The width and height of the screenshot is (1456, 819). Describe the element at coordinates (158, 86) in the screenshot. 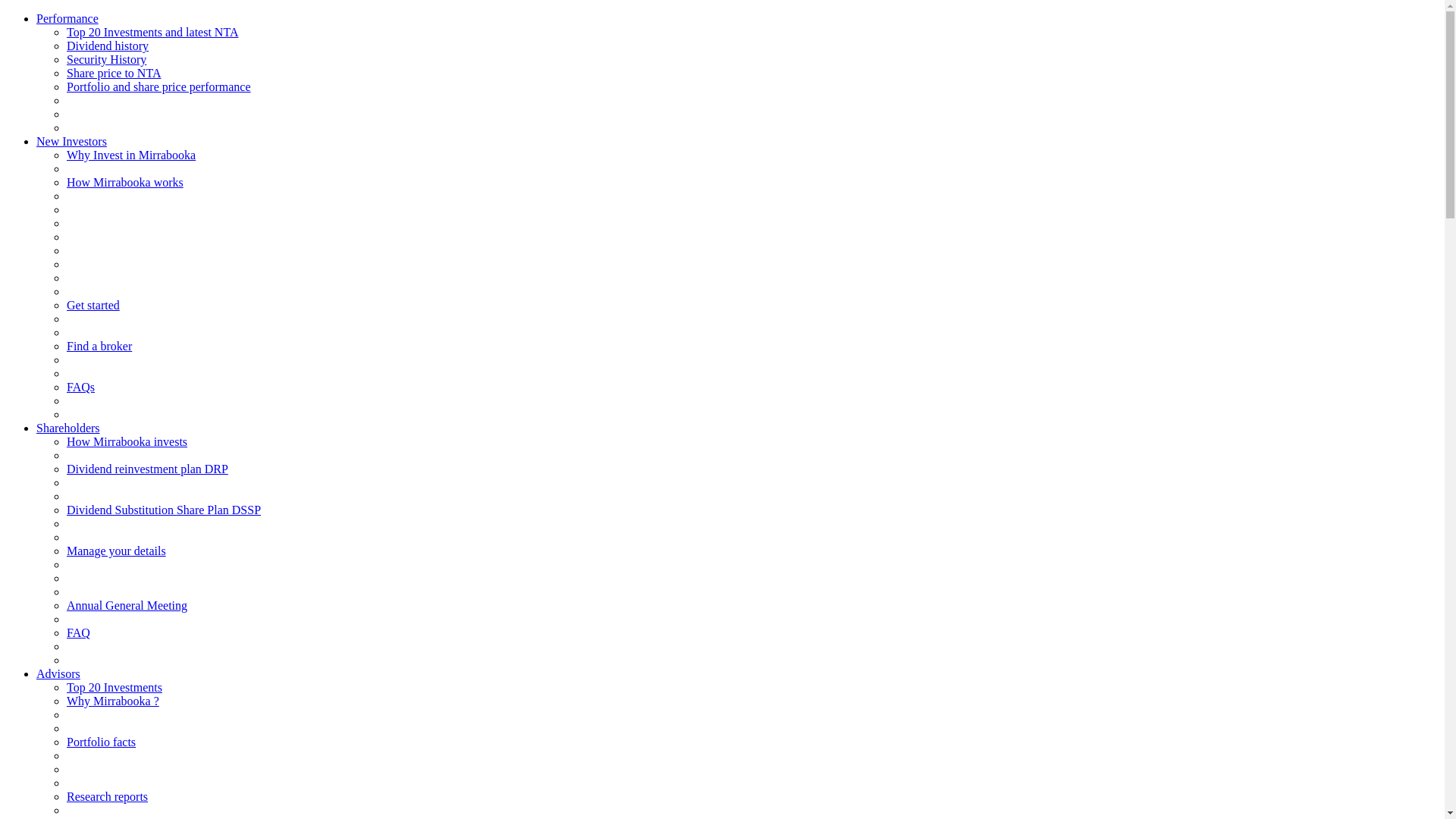

I see `'Portfolio and share price performance'` at that location.